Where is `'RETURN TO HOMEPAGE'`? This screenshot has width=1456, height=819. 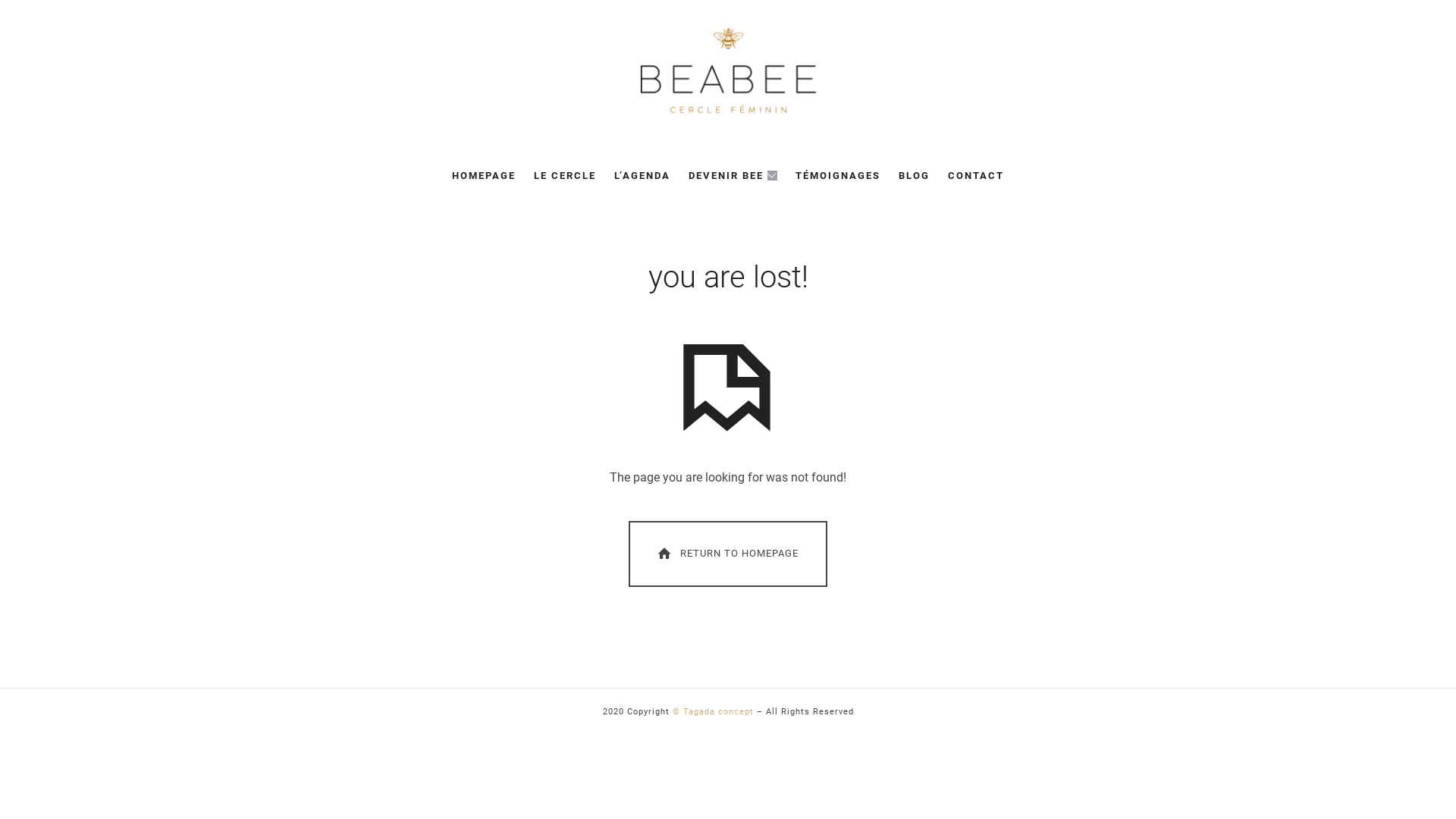
'RETURN TO HOMEPAGE' is located at coordinates (726, 554).